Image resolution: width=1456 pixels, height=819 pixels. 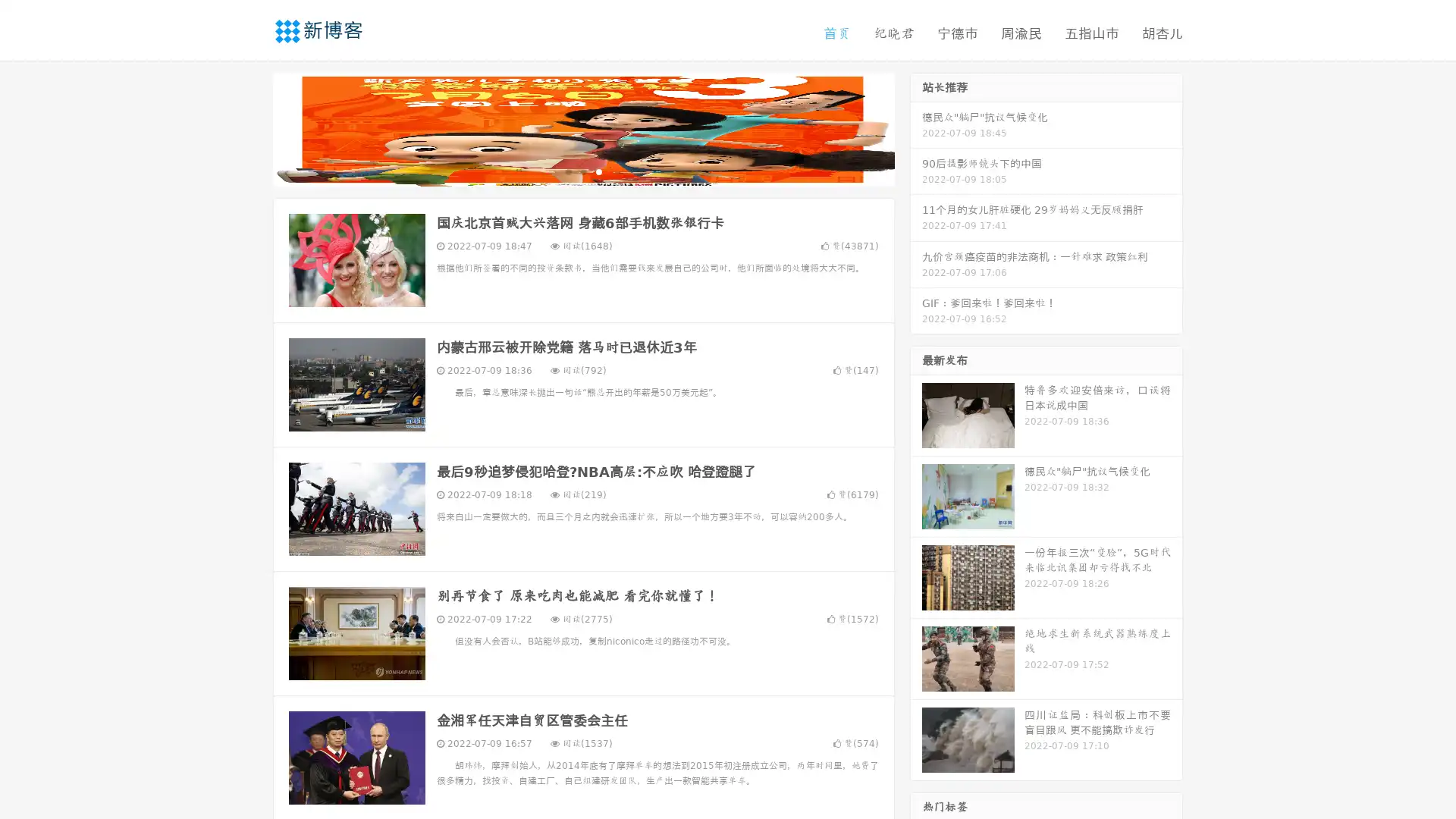 I want to click on Go to slide 2, so click(x=582, y=171).